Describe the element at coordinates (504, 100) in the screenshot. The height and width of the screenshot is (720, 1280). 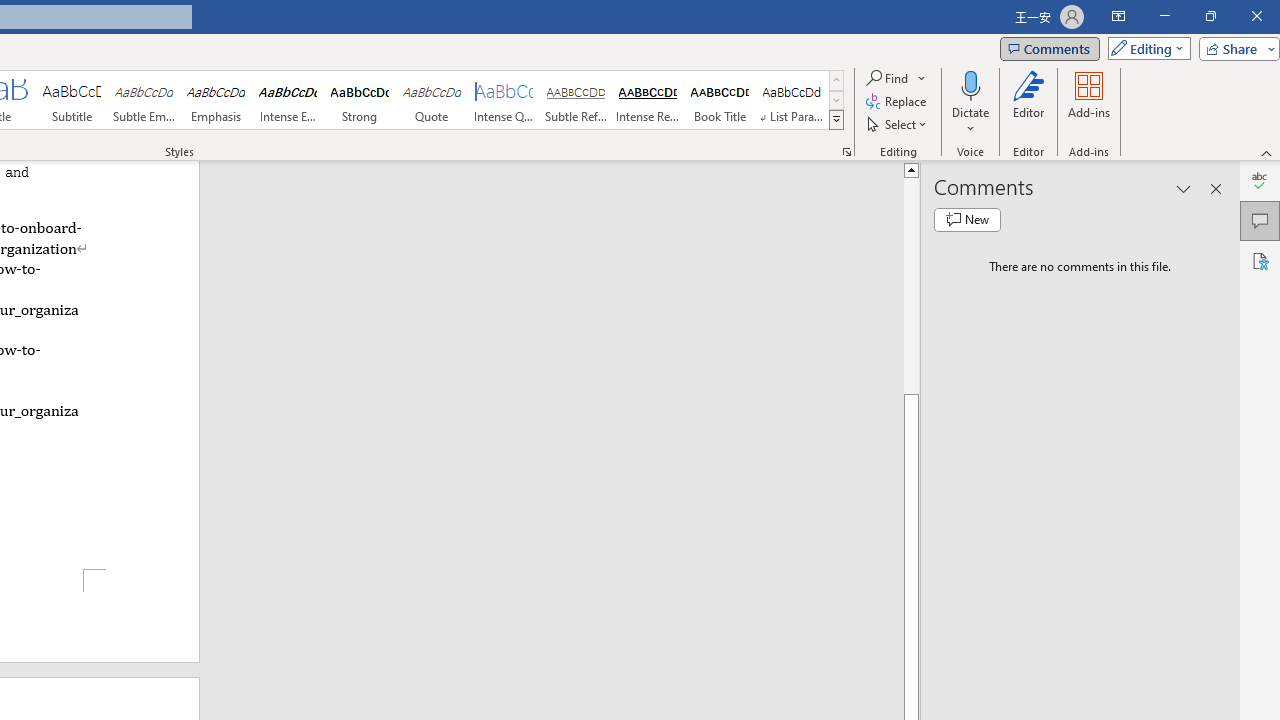
I see `'Intense Quote'` at that location.